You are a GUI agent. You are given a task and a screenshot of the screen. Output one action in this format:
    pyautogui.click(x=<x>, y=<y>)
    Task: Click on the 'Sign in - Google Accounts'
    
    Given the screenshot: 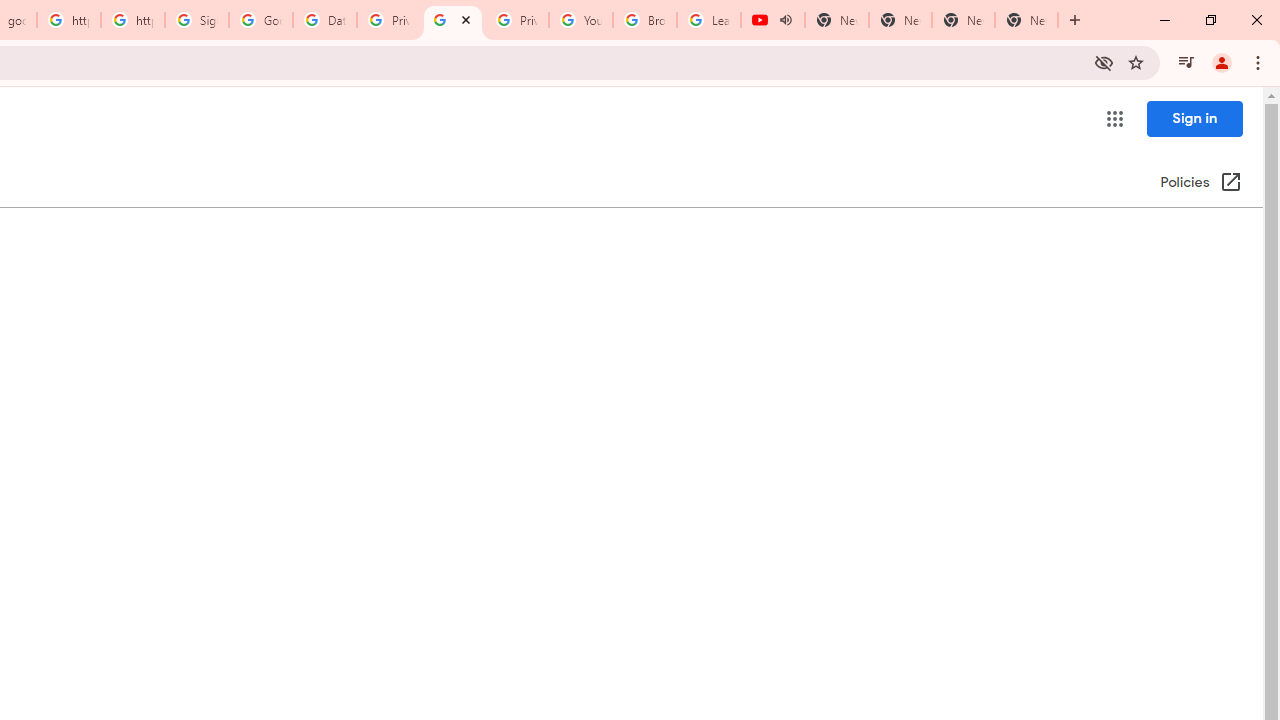 What is the action you would take?
    pyautogui.click(x=197, y=20)
    